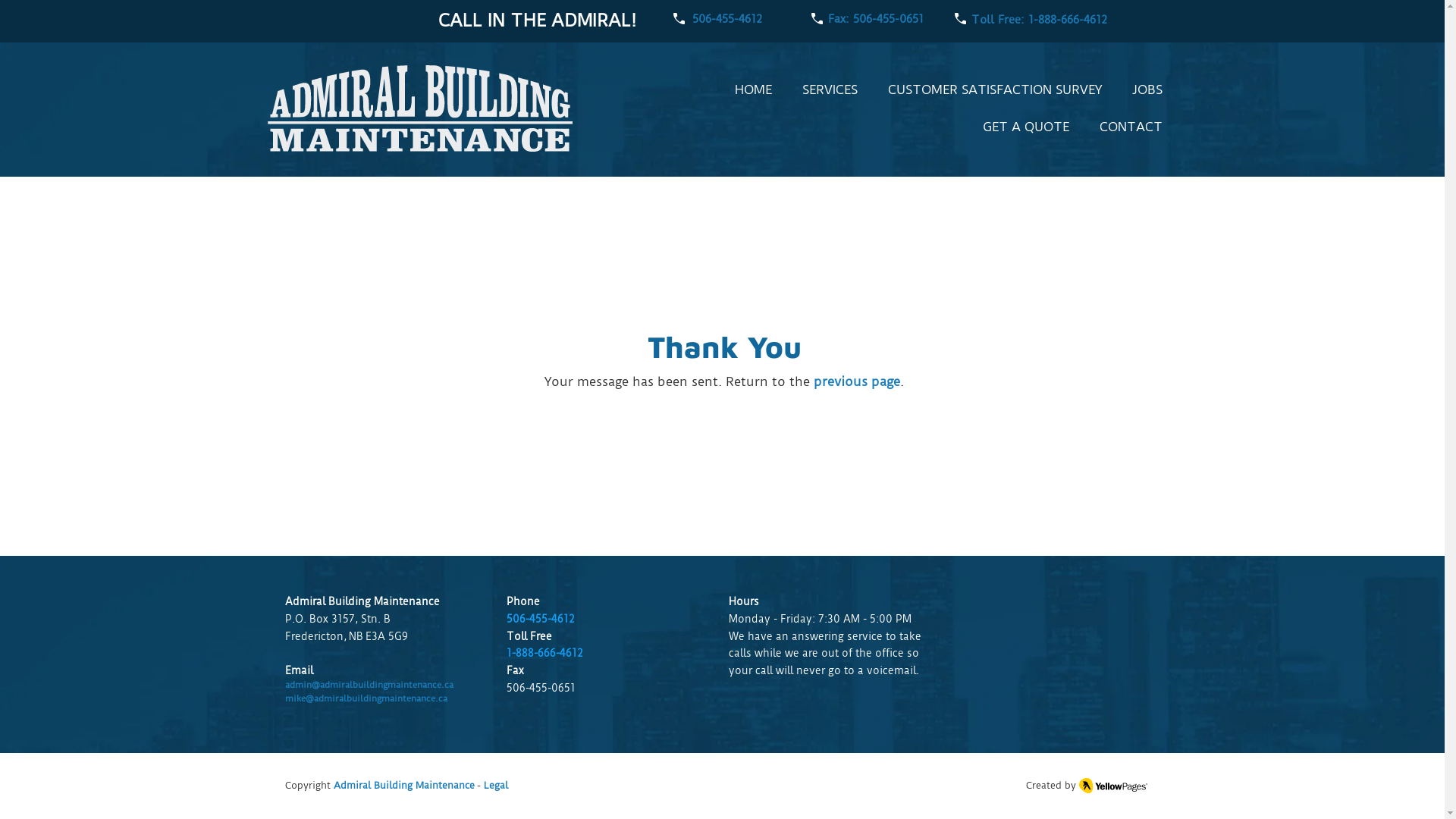  I want to click on 'previous page', so click(856, 380).